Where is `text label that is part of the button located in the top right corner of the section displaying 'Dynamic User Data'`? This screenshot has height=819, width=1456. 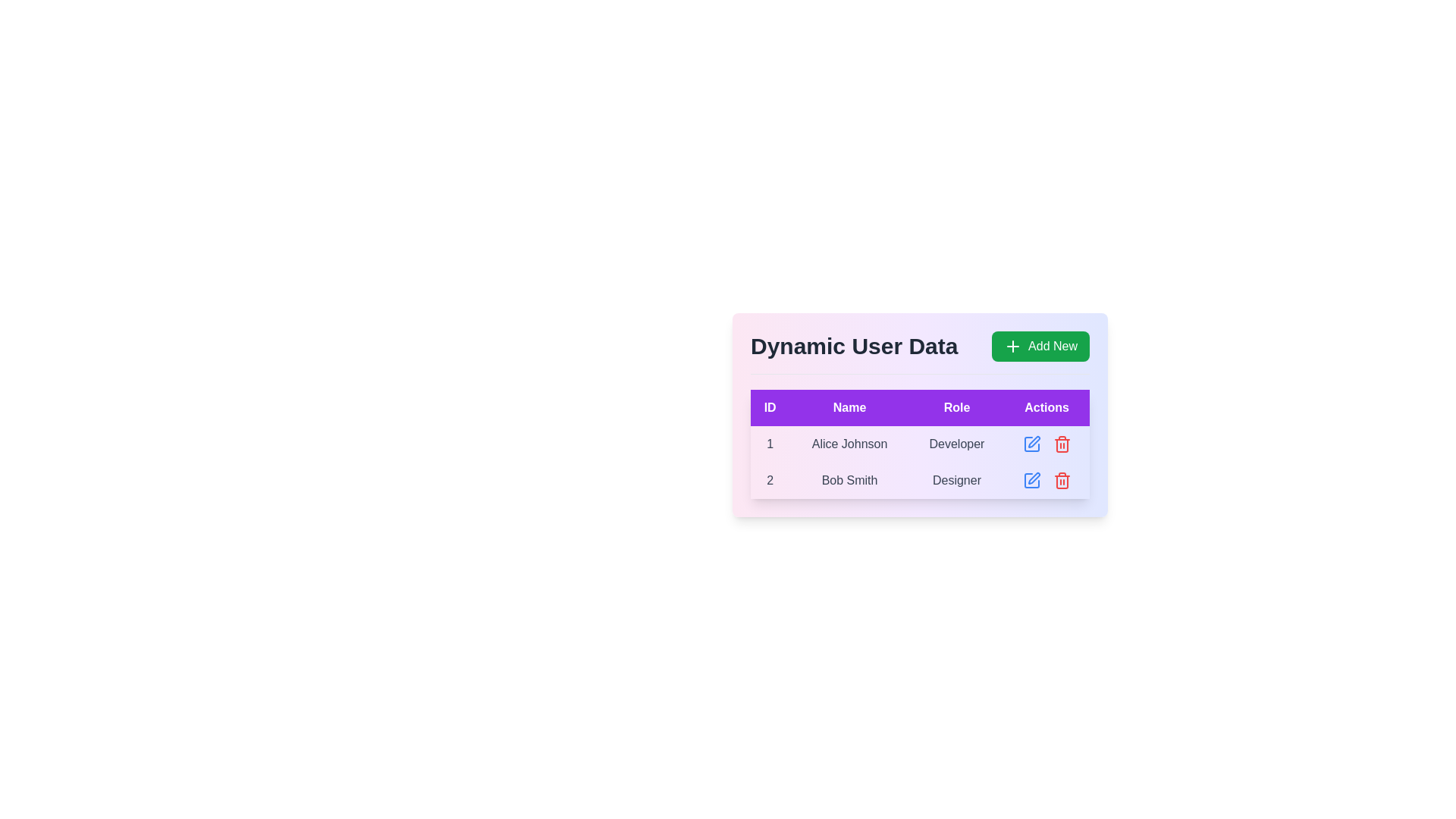
text label that is part of the button located in the top right corner of the section displaying 'Dynamic User Data' is located at coordinates (1052, 346).